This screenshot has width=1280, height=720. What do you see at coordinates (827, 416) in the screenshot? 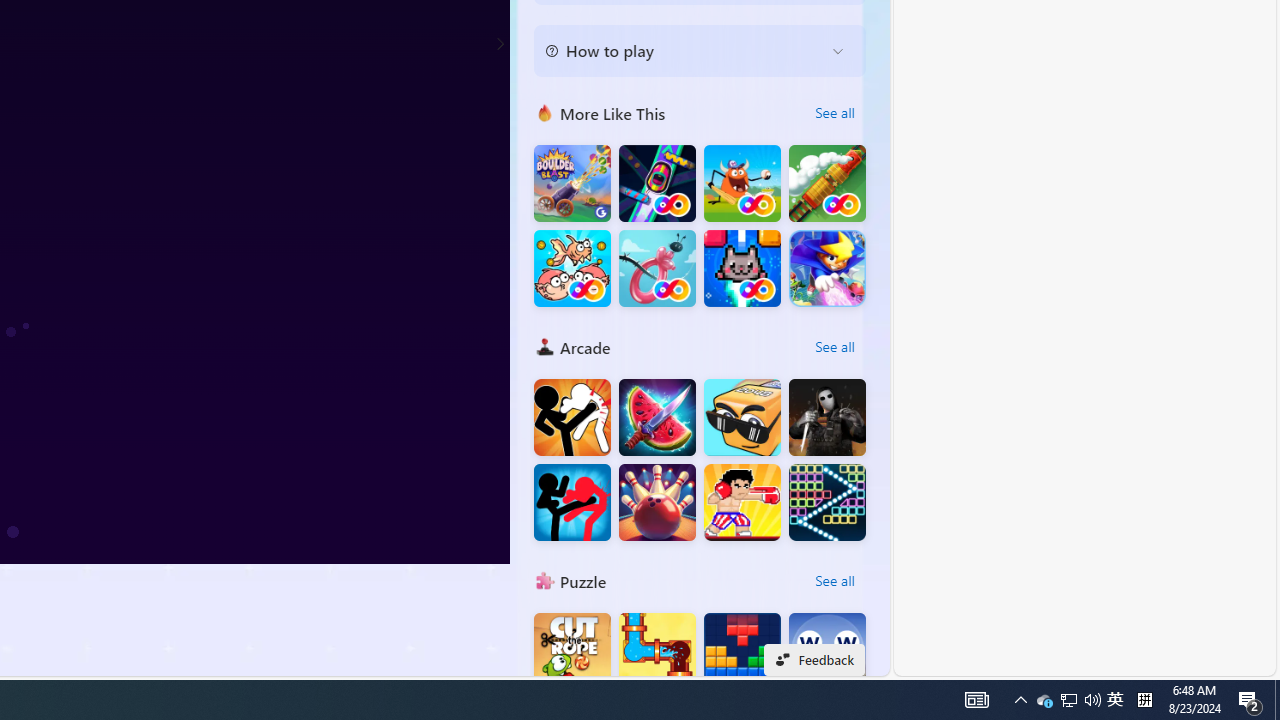
I see `'Hunter Hitman'` at bounding box center [827, 416].